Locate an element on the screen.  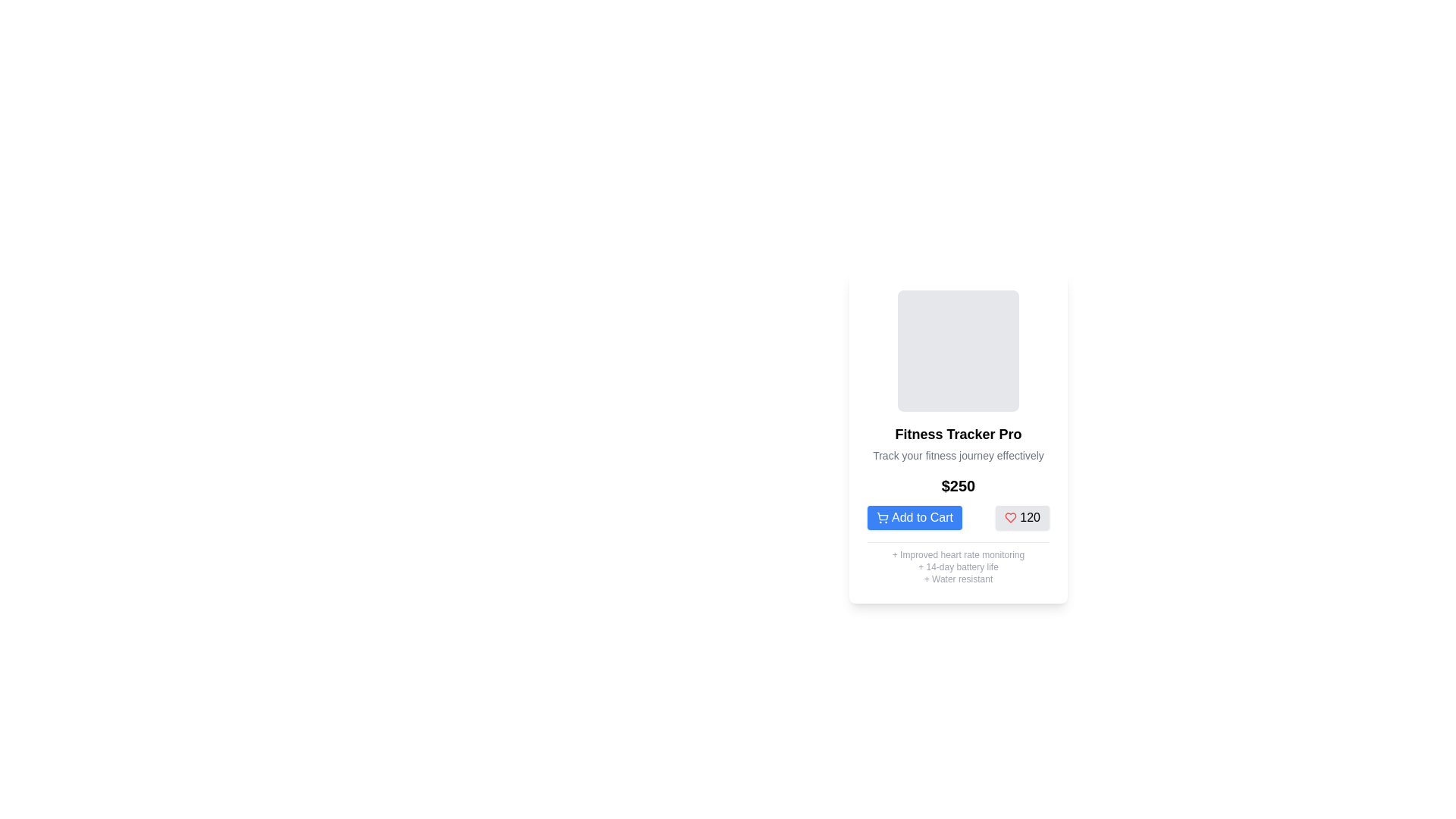
features displayed in the Textual Information Block located at the bottom of the fitness tracker information card, which contains three bullet points in small, gray text with a plus sign preceding each line is located at coordinates (957, 563).